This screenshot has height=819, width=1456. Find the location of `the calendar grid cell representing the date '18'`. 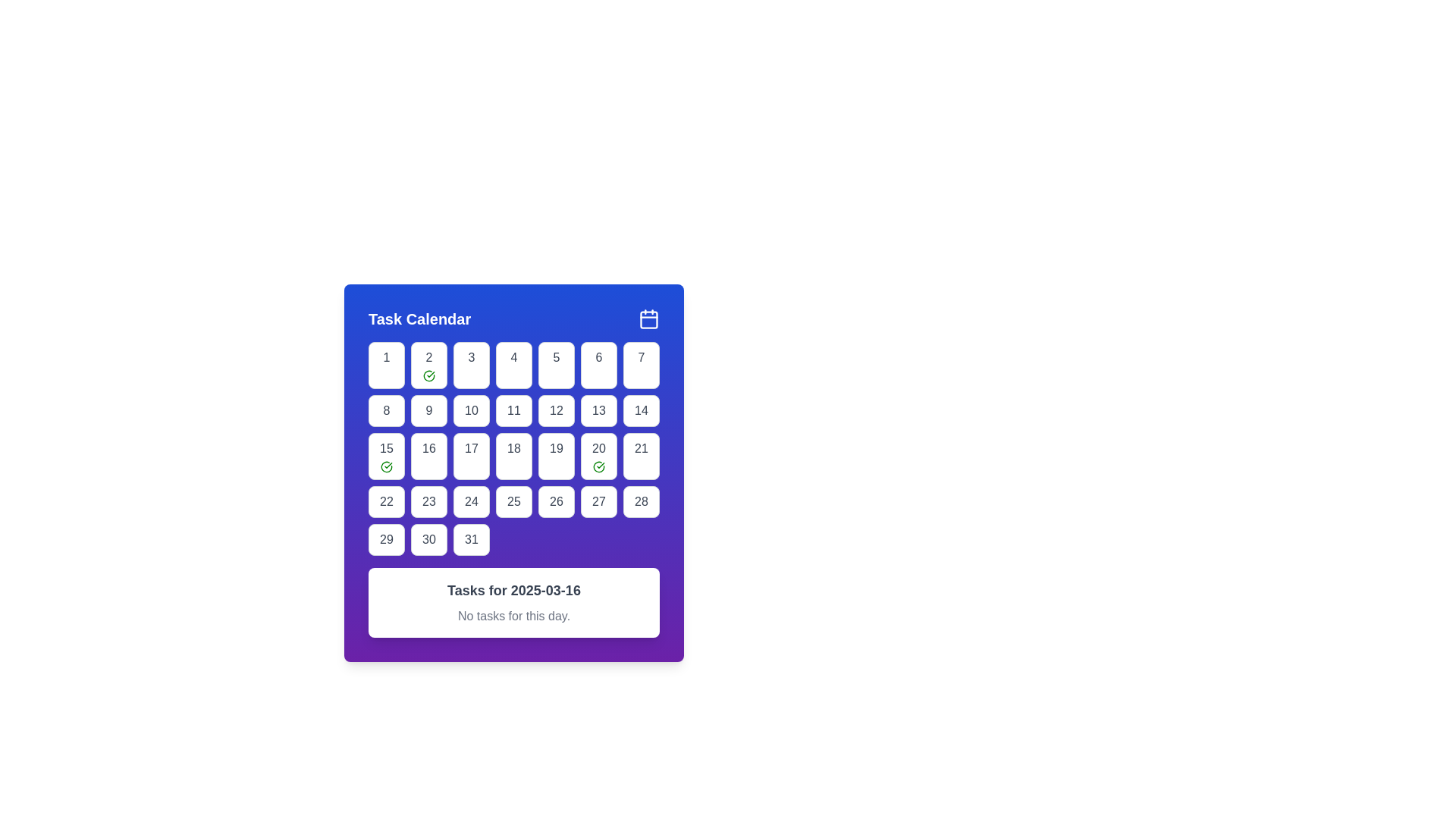

the calendar grid cell representing the date '18' is located at coordinates (513, 447).